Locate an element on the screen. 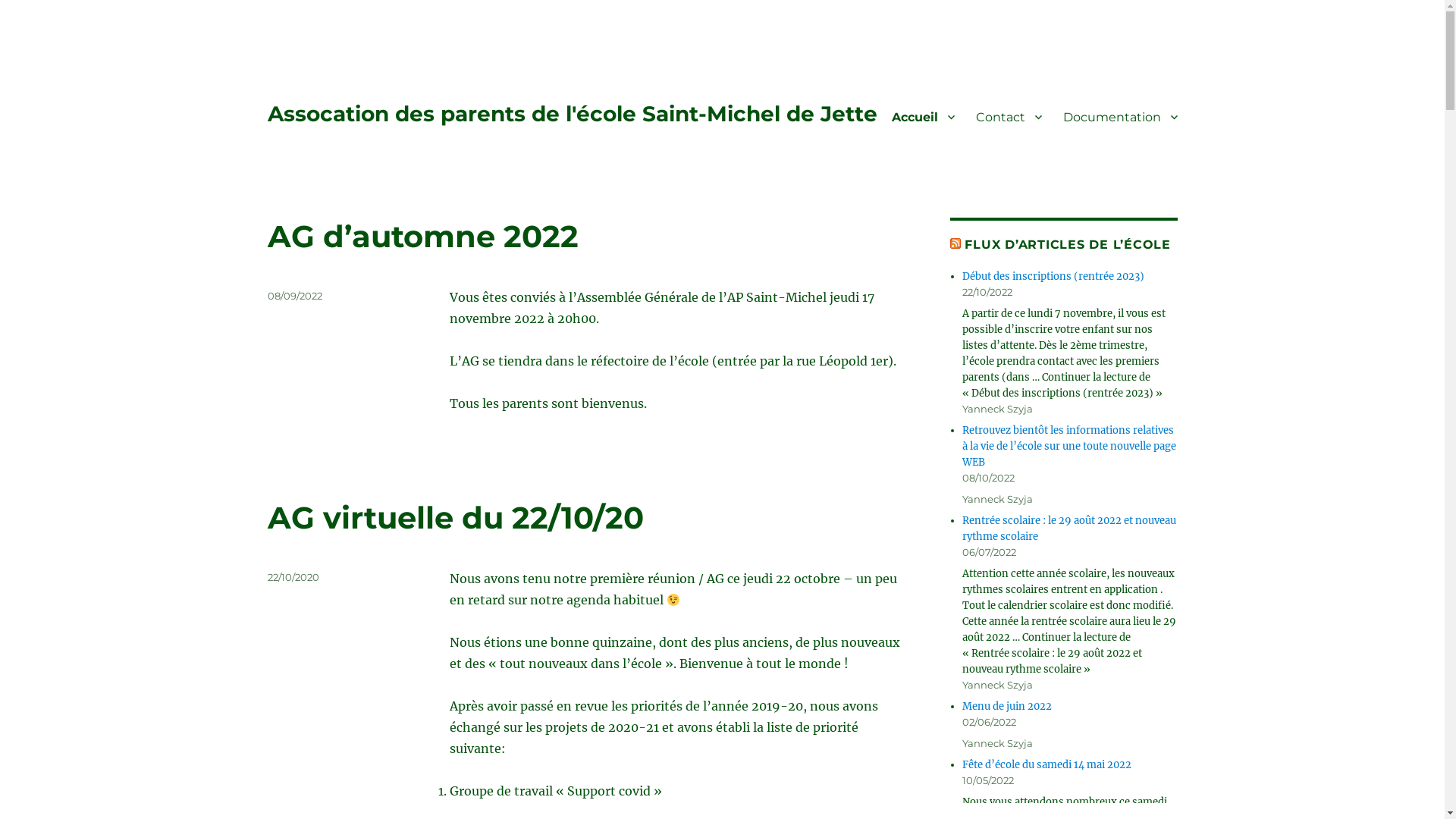 The width and height of the screenshot is (1456, 819). 'Contact' is located at coordinates (964, 116).